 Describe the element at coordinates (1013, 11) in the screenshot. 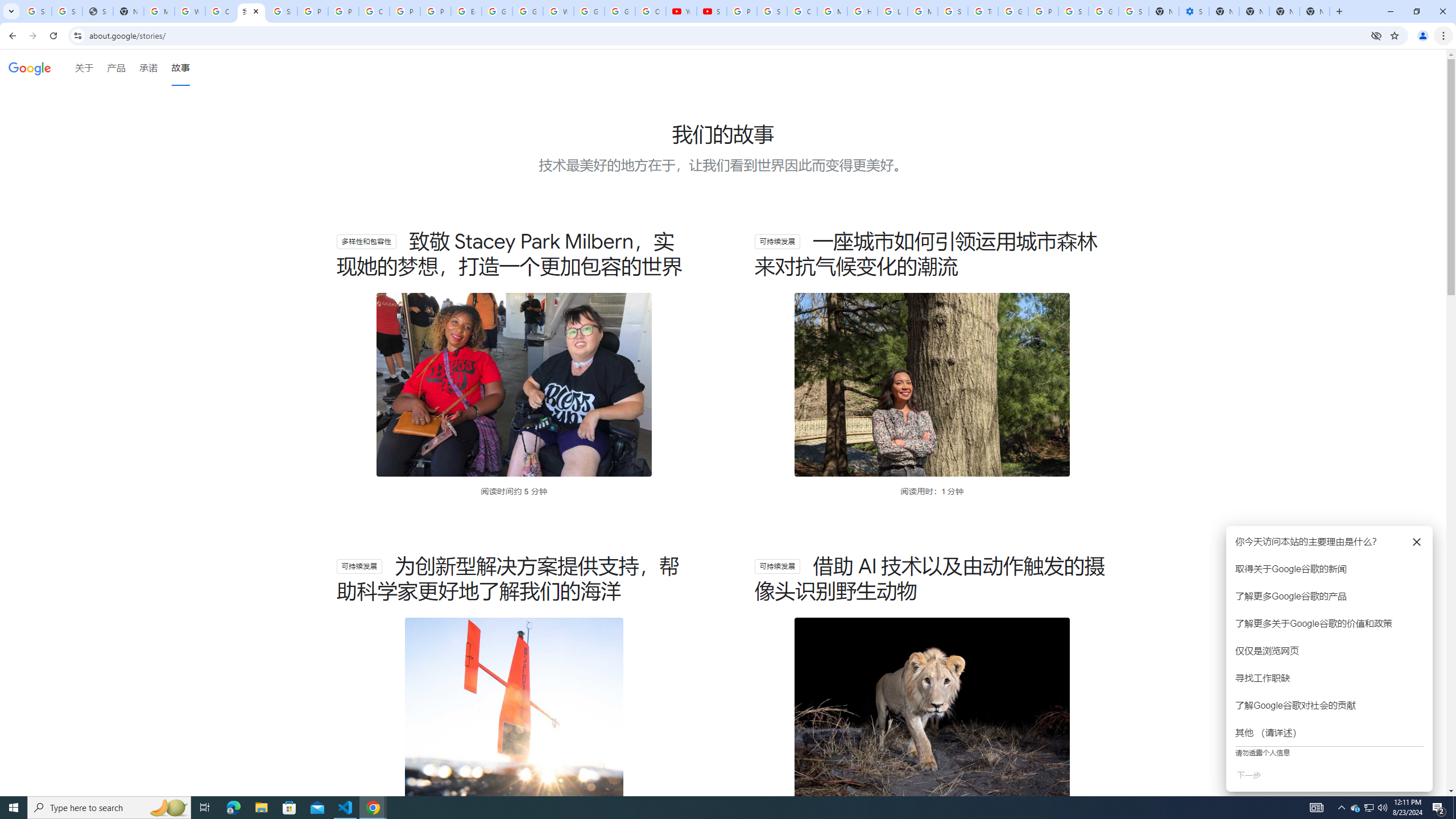

I see `'Google Ads - Sign in'` at that location.